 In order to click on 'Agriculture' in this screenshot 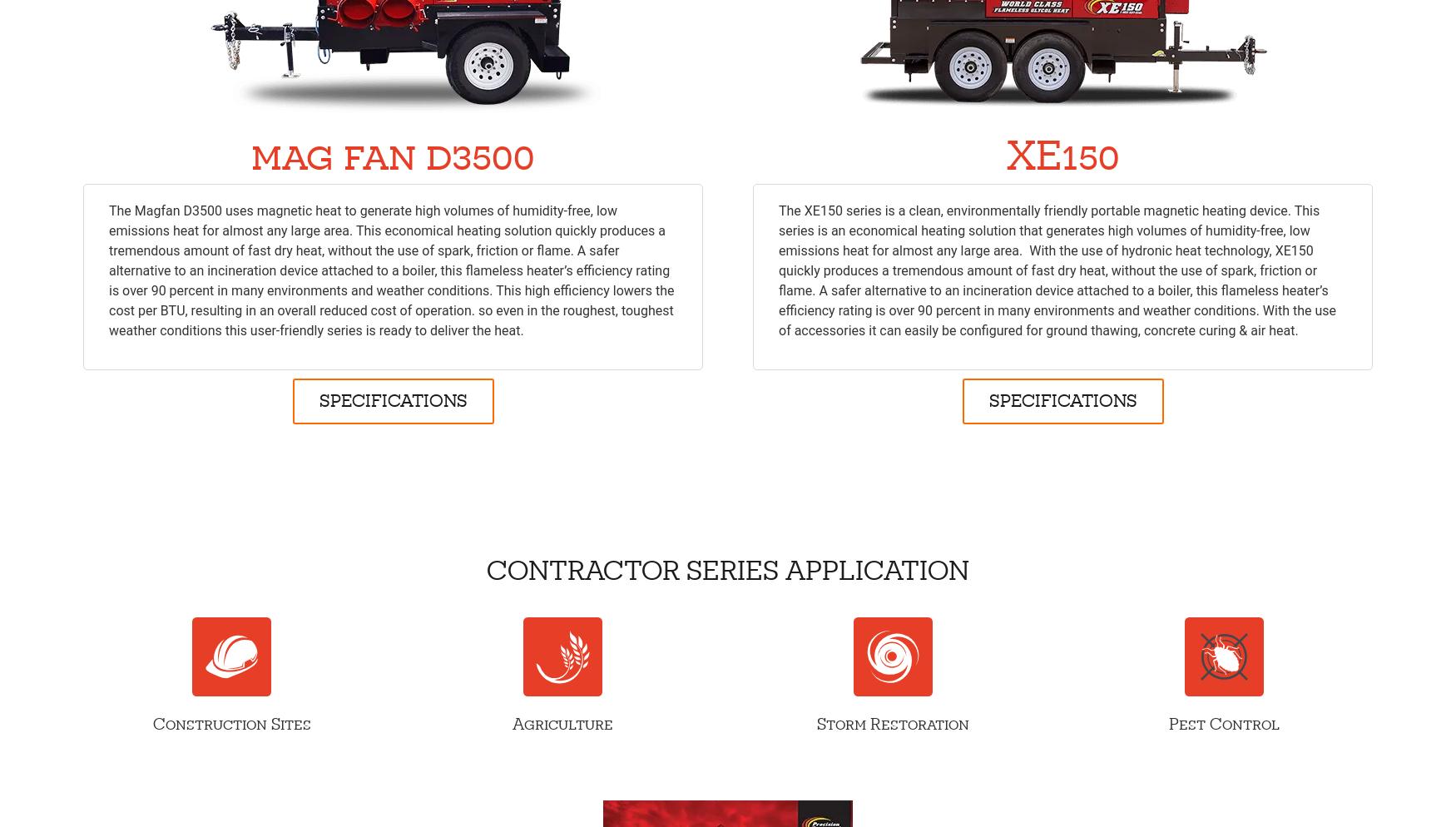, I will do `click(511, 724)`.